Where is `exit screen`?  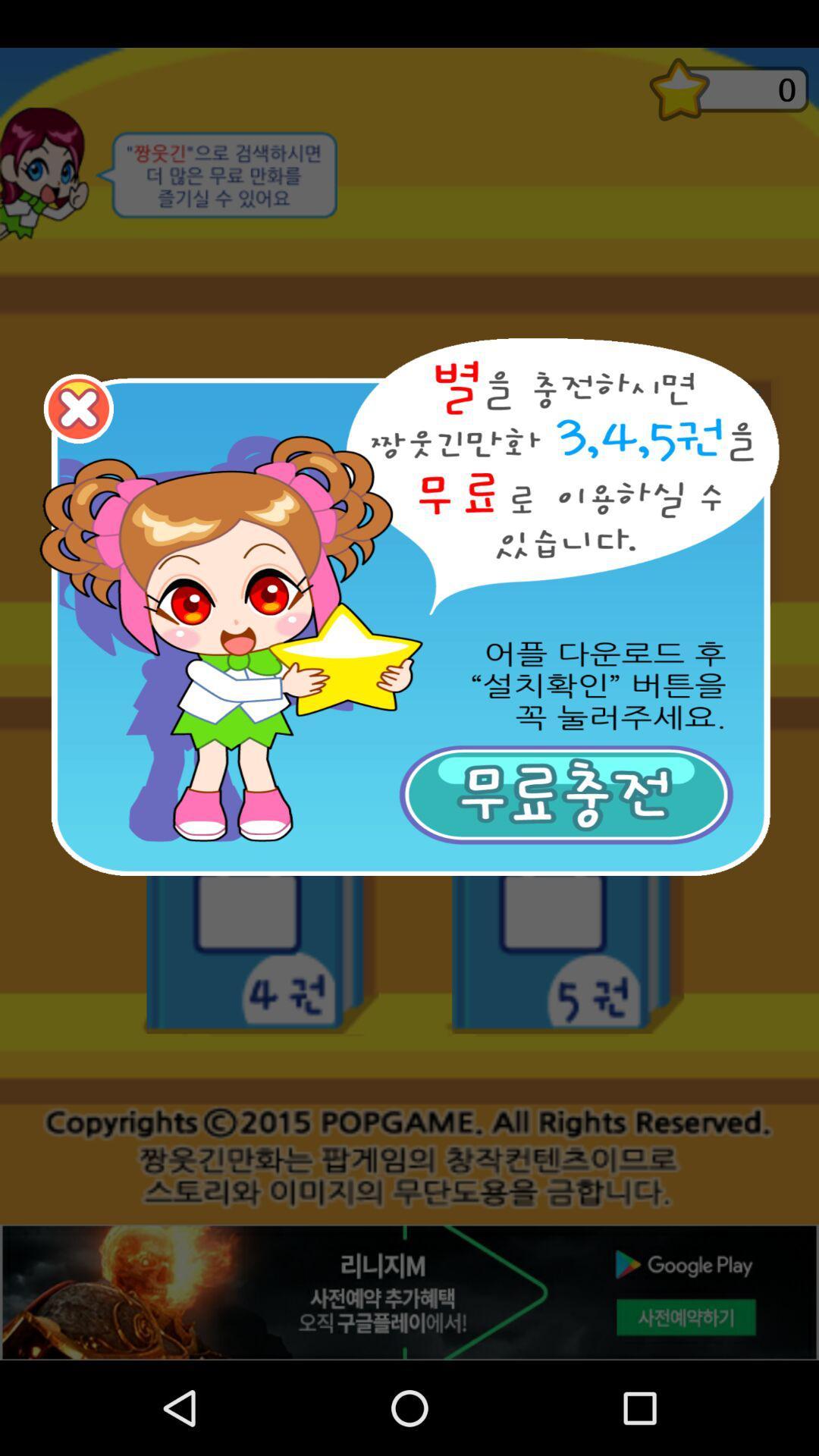 exit screen is located at coordinates (78, 409).